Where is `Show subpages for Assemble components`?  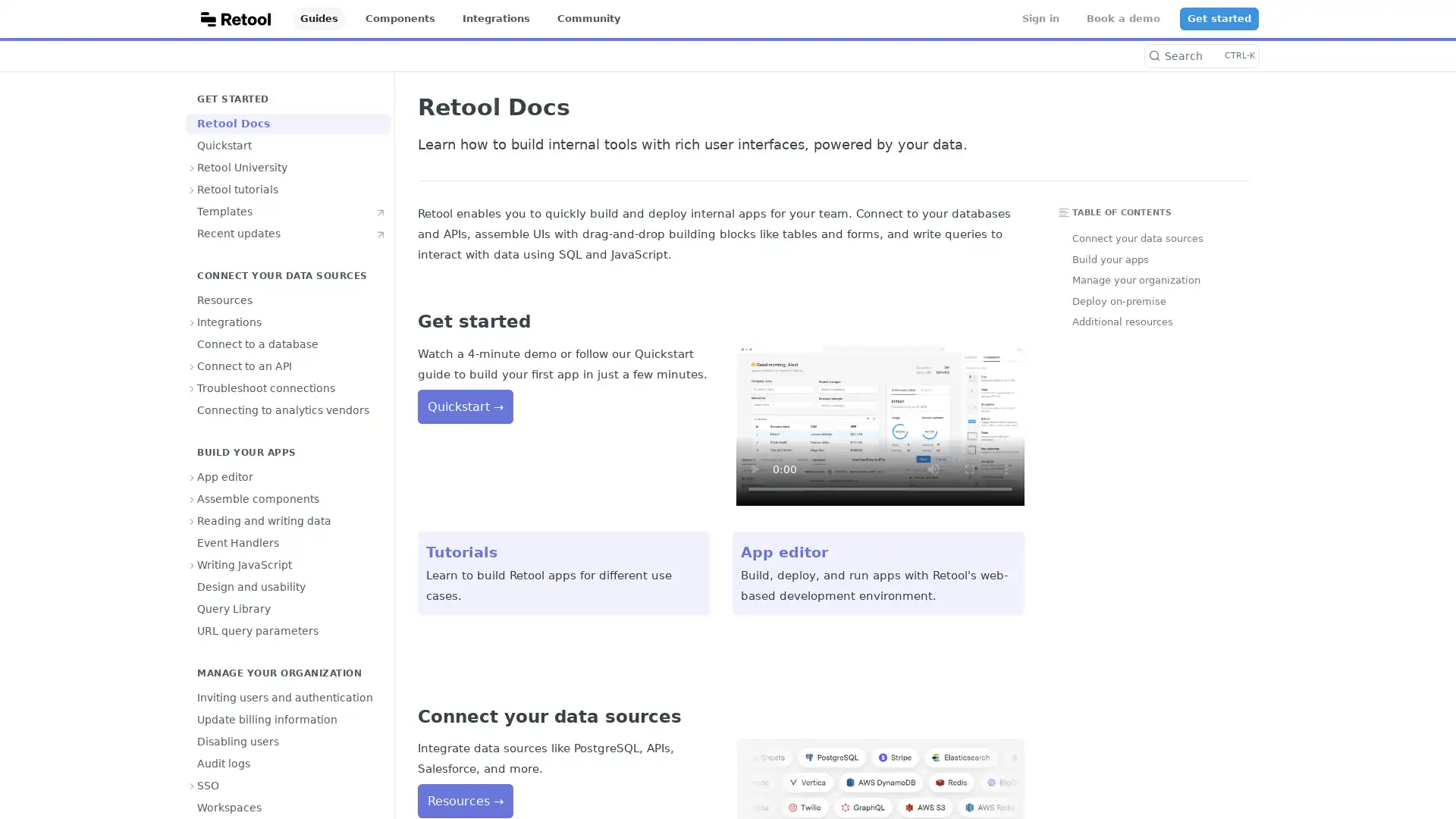
Show subpages for Assemble components is located at coordinates (192, 499).